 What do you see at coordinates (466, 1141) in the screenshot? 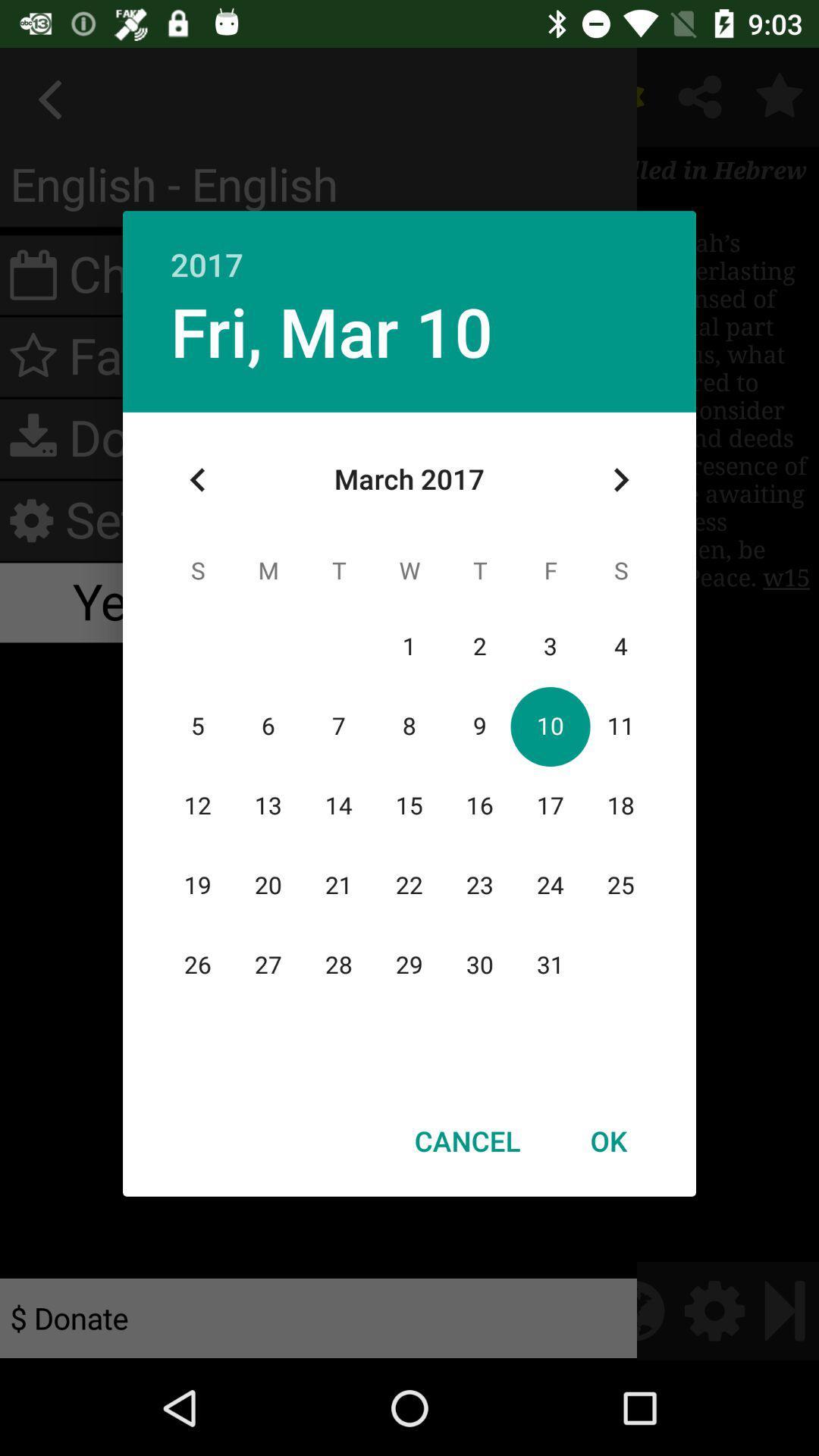
I see `icon at the bottom` at bounding box center [466, 1141].